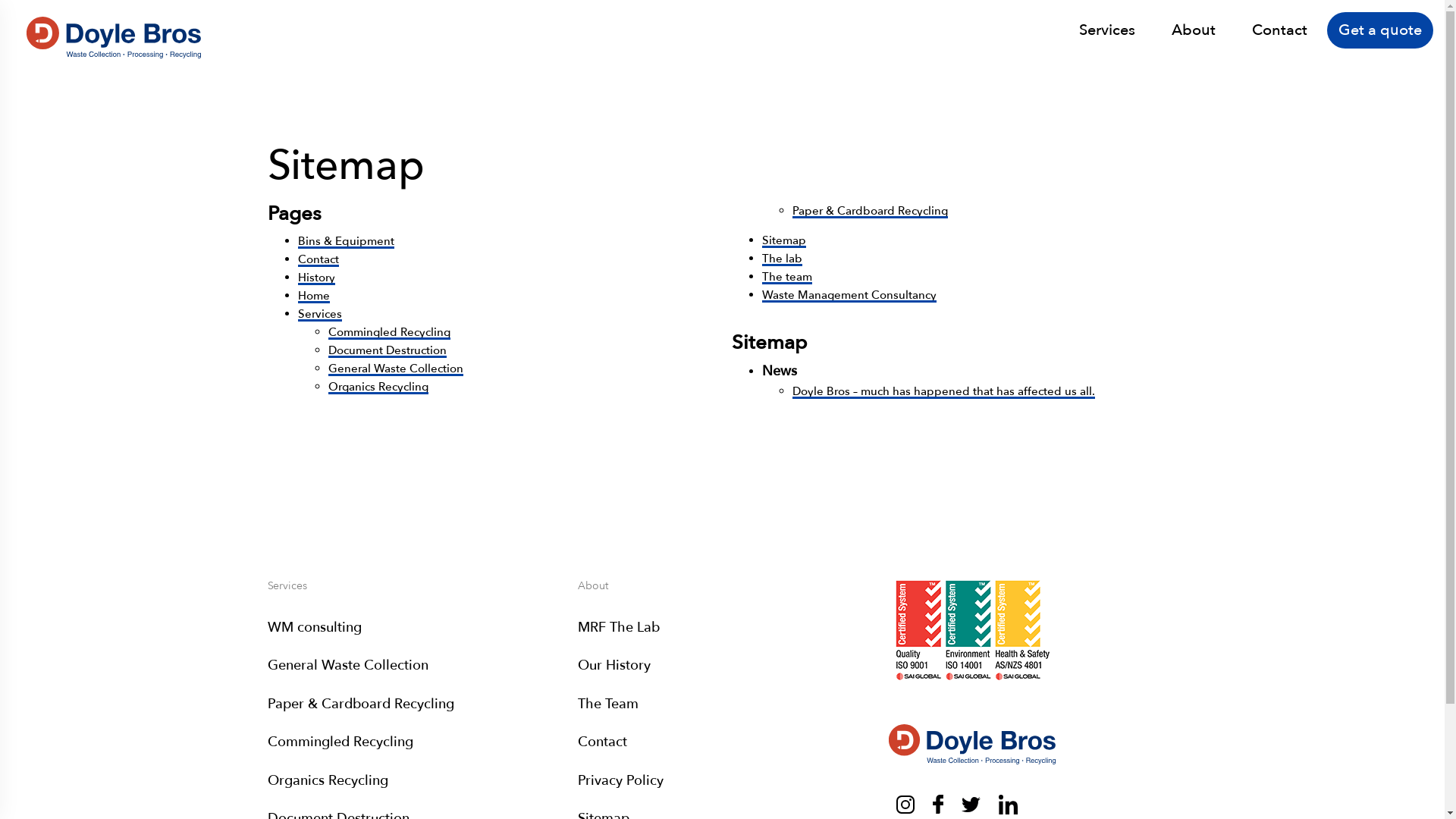  I want to click on 'Commingled Recycling', so click(388, 331).